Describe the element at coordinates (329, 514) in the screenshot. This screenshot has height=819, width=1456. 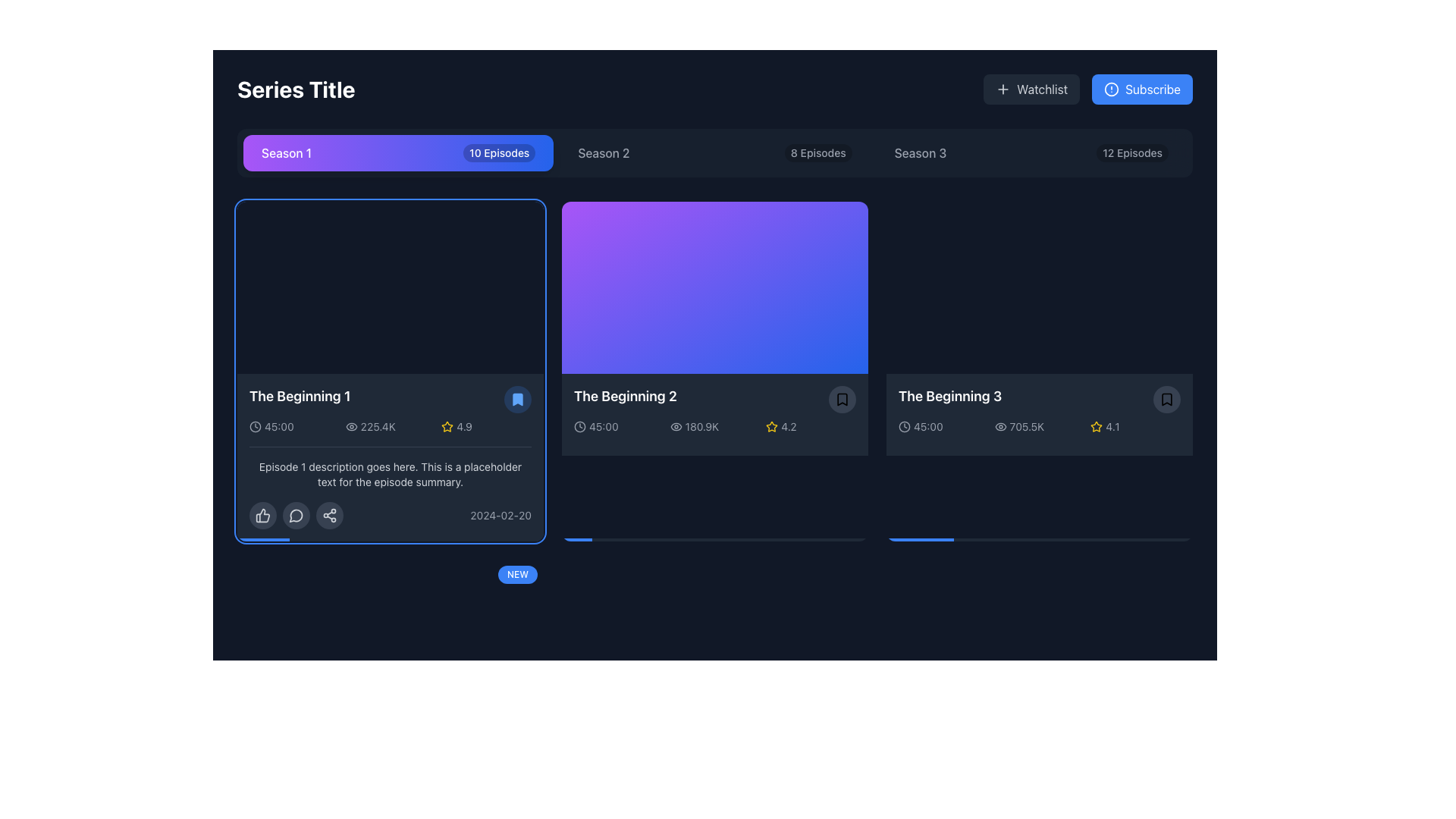
I see `the third circular button from the left located at the bottom left of the card for 'The Beginning 1'` at that location.